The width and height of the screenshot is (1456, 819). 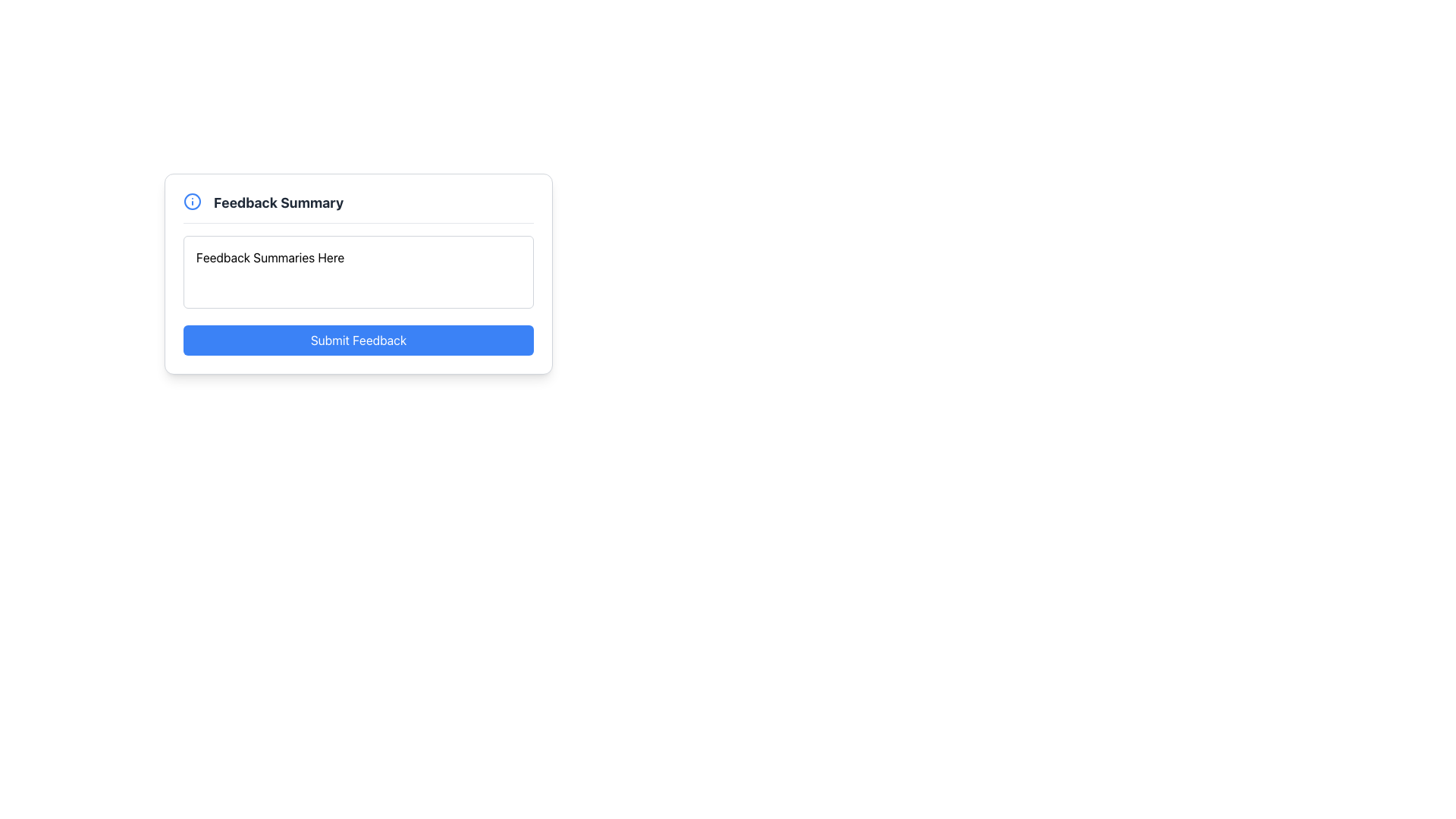 I want to click on the submit button located at the bottom of the feedback summary interface, so click(x=358, y=339).